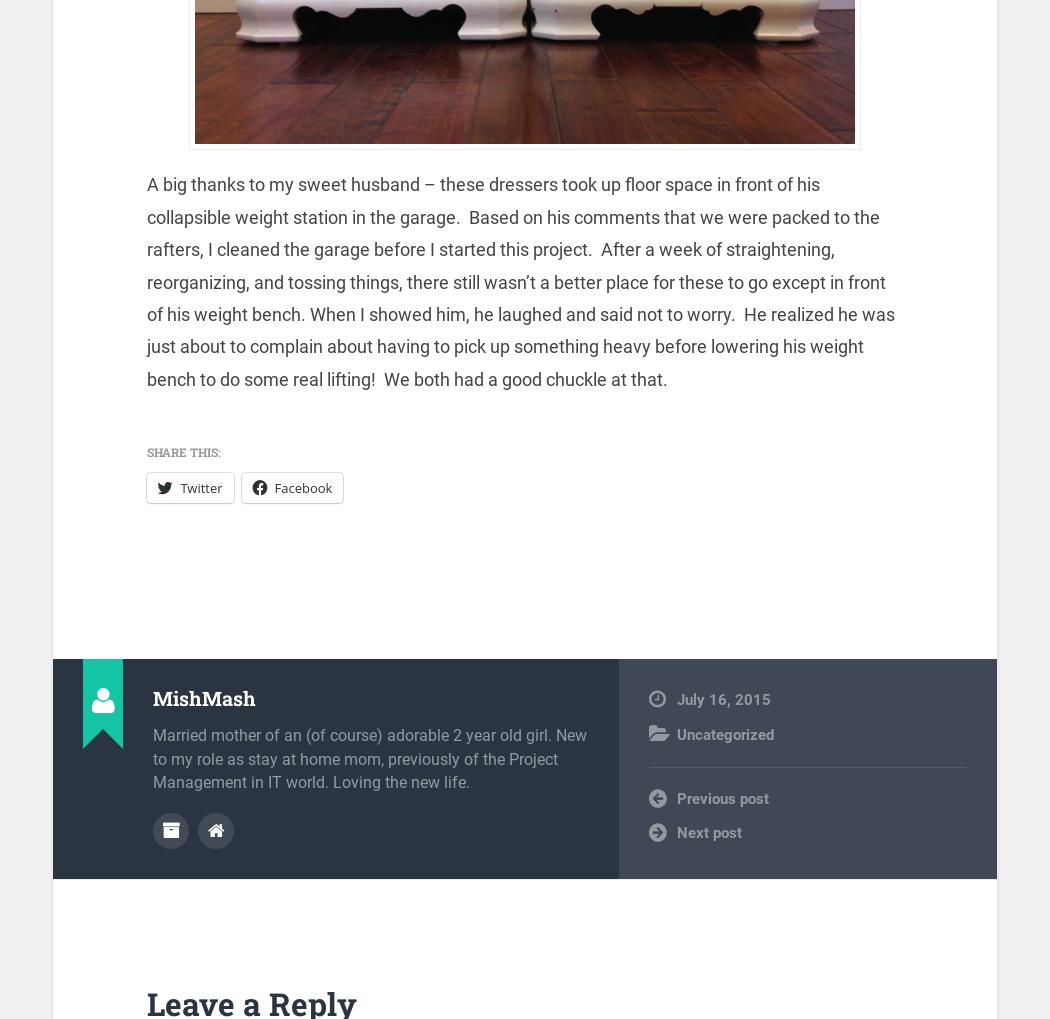 Image resolution: width=1050 pixels, height=1019 pixels. I want to click on 'Previous post', so click(722, 797).